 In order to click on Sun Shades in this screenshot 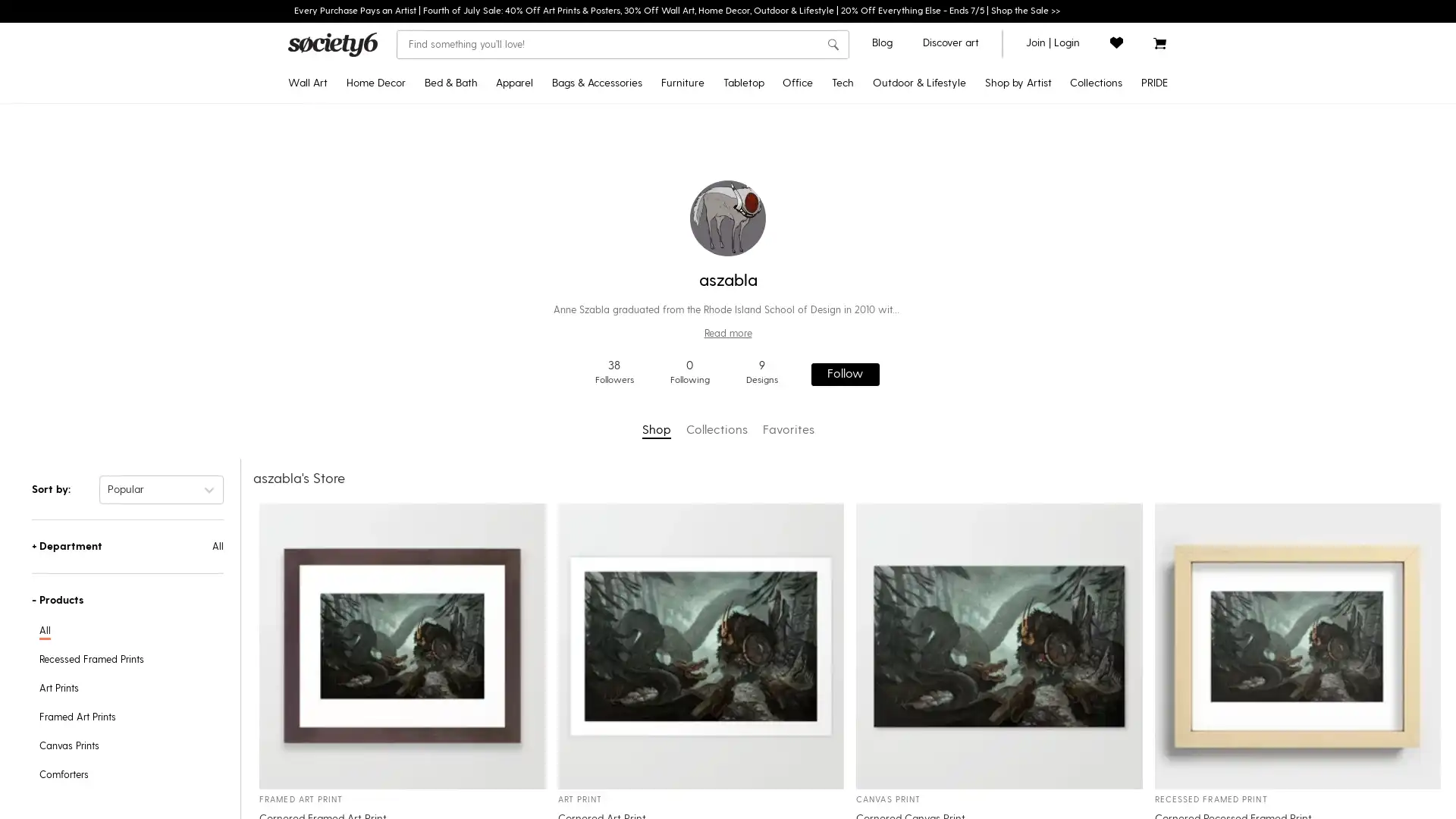, I will do `click(939, 463)`.